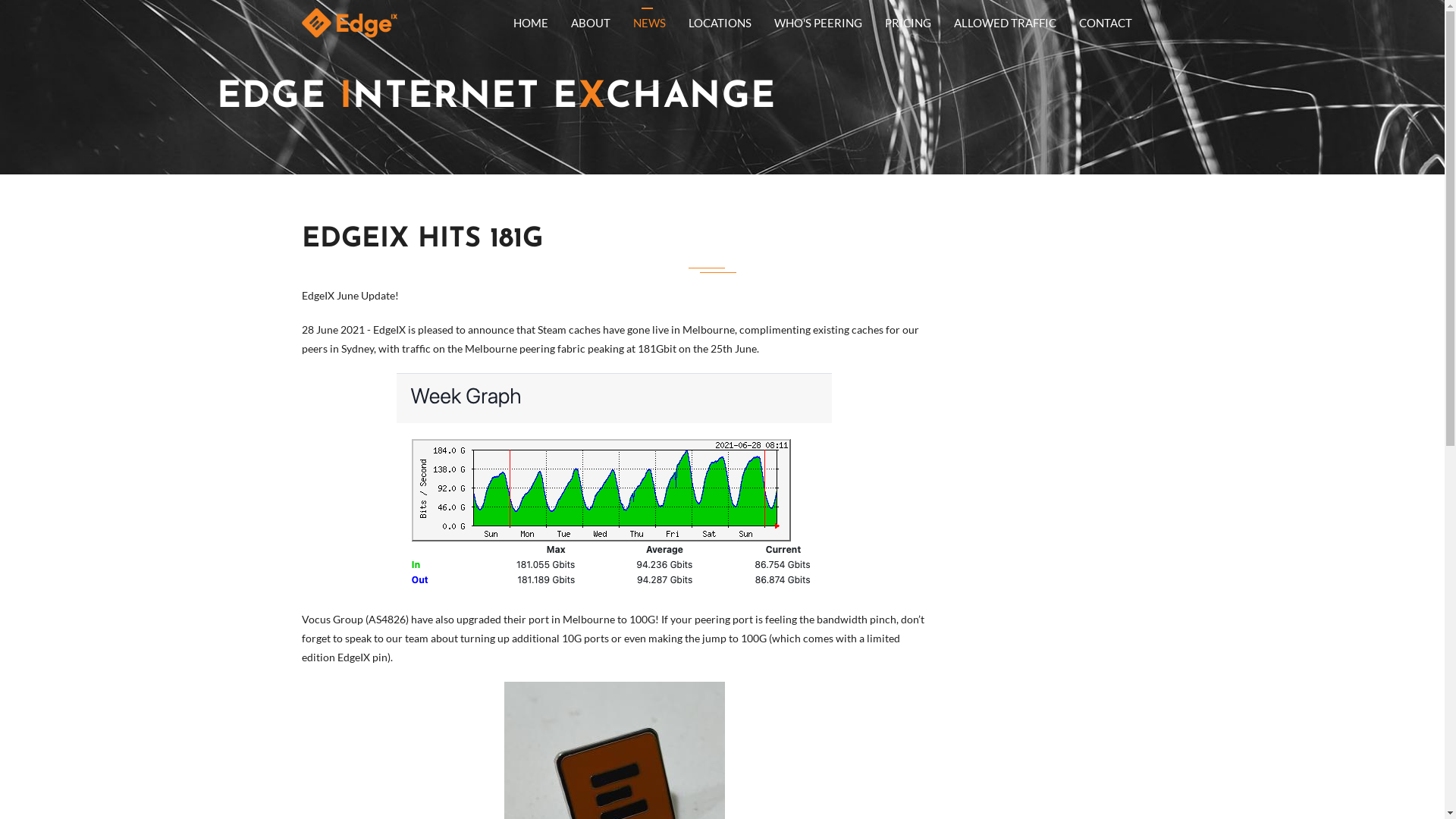 Image resolution: width=1456 pixels, height=819 pixels. What do you see at coordinates (1004, 23) in the screenshot?
I see `'ALLOWED TRAFFIC'` at bounding box center [1004, 23].